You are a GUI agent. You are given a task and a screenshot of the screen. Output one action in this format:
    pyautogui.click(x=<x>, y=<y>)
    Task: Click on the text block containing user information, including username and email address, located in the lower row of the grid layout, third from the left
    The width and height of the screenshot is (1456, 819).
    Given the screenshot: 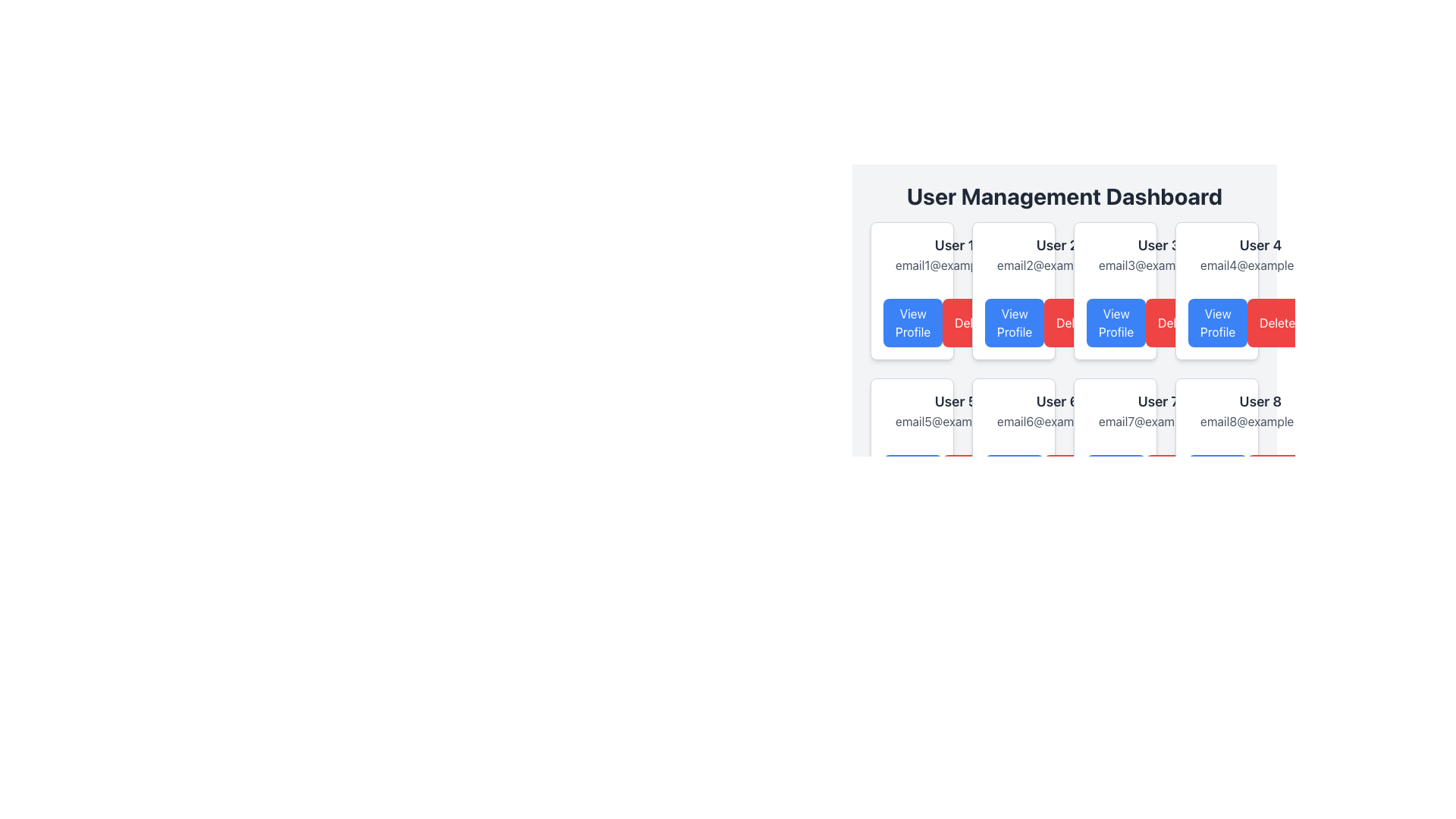 What is the action you would take?
    pyautogui.click(x=1157, y=411)
    